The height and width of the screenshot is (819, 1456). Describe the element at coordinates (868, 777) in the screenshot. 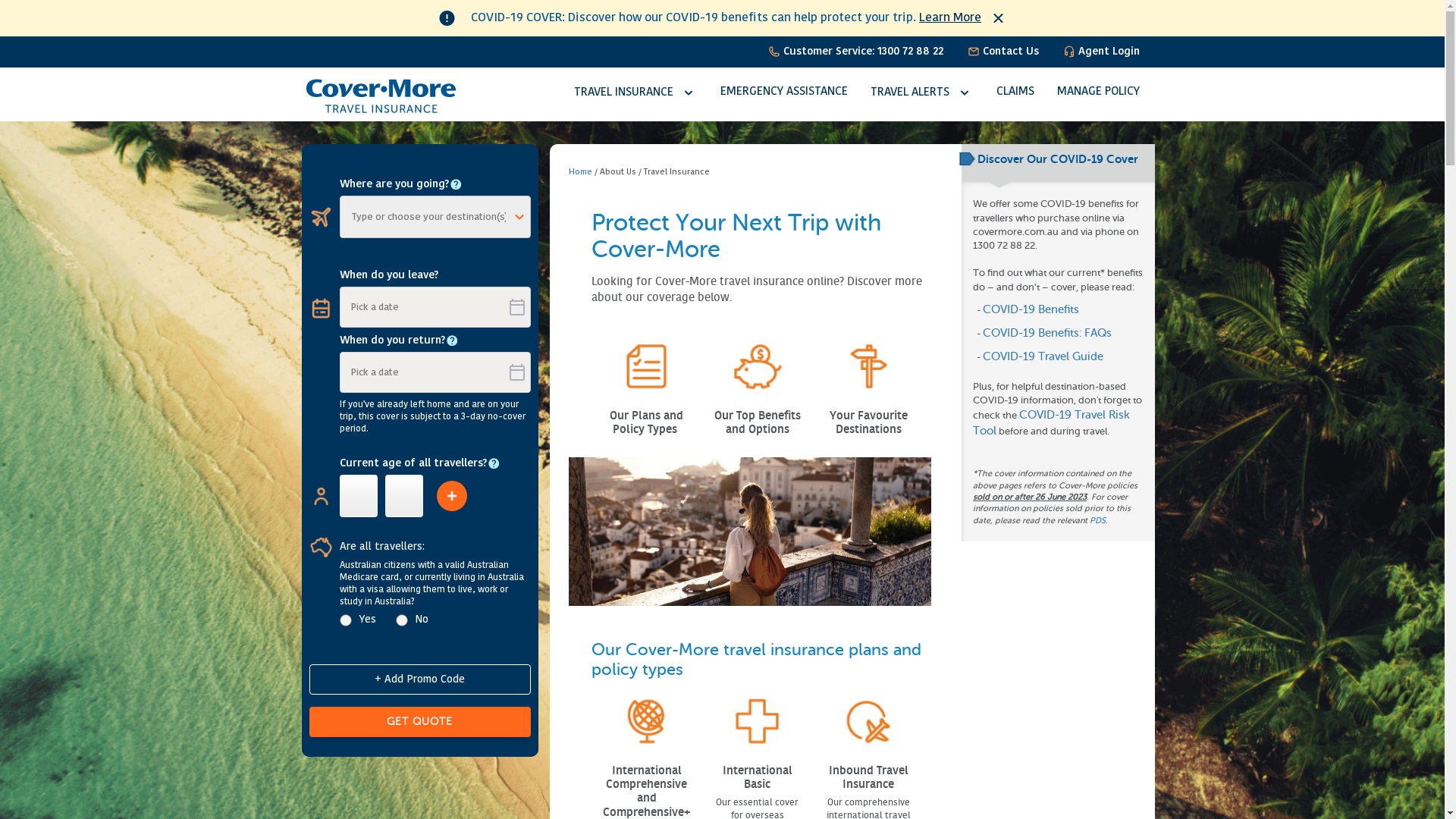

I see `'Inbound Travel Insurance'` at that location.